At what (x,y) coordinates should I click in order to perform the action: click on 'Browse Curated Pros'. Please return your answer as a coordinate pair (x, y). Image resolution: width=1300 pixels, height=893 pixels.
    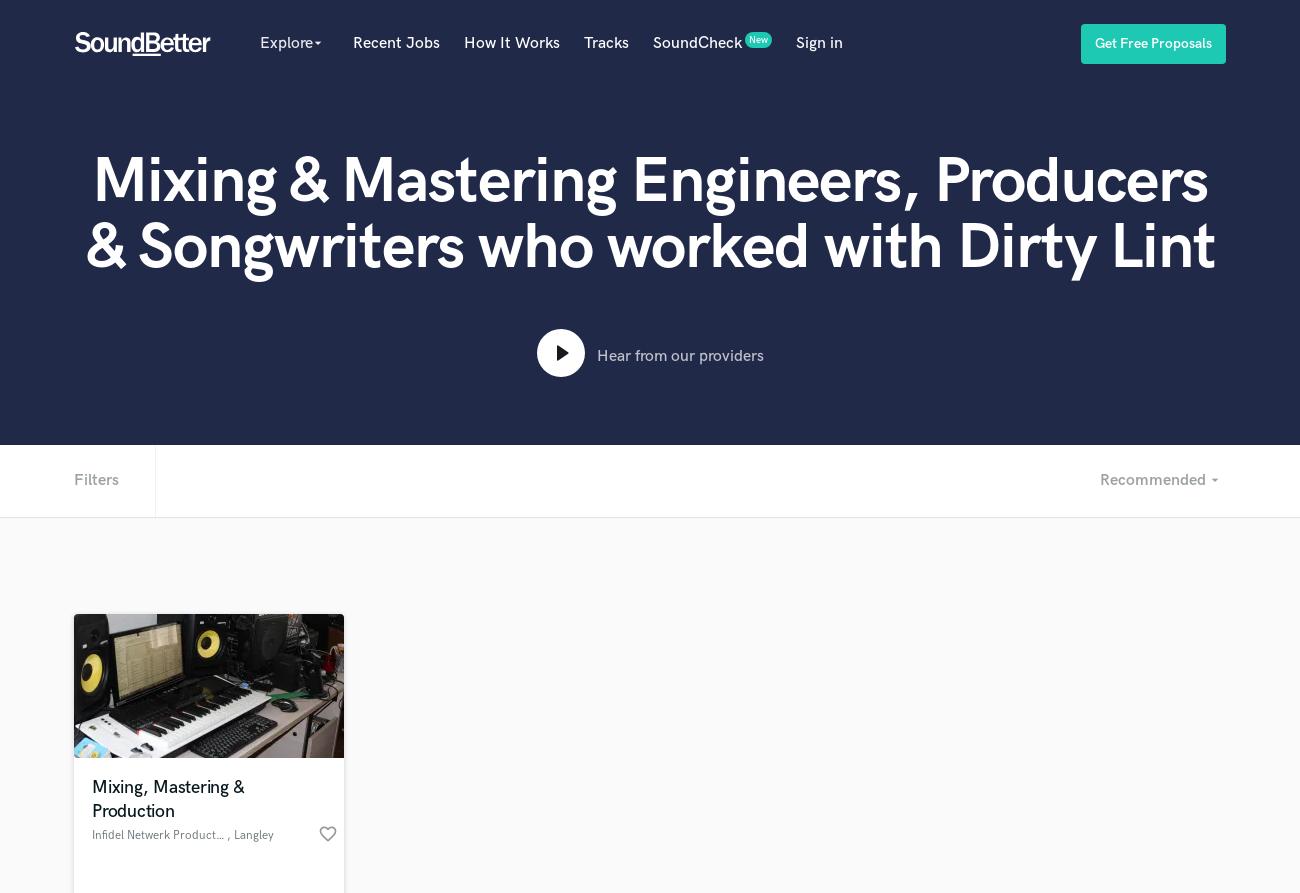
    Looking at the image, I should click on (299, 620).